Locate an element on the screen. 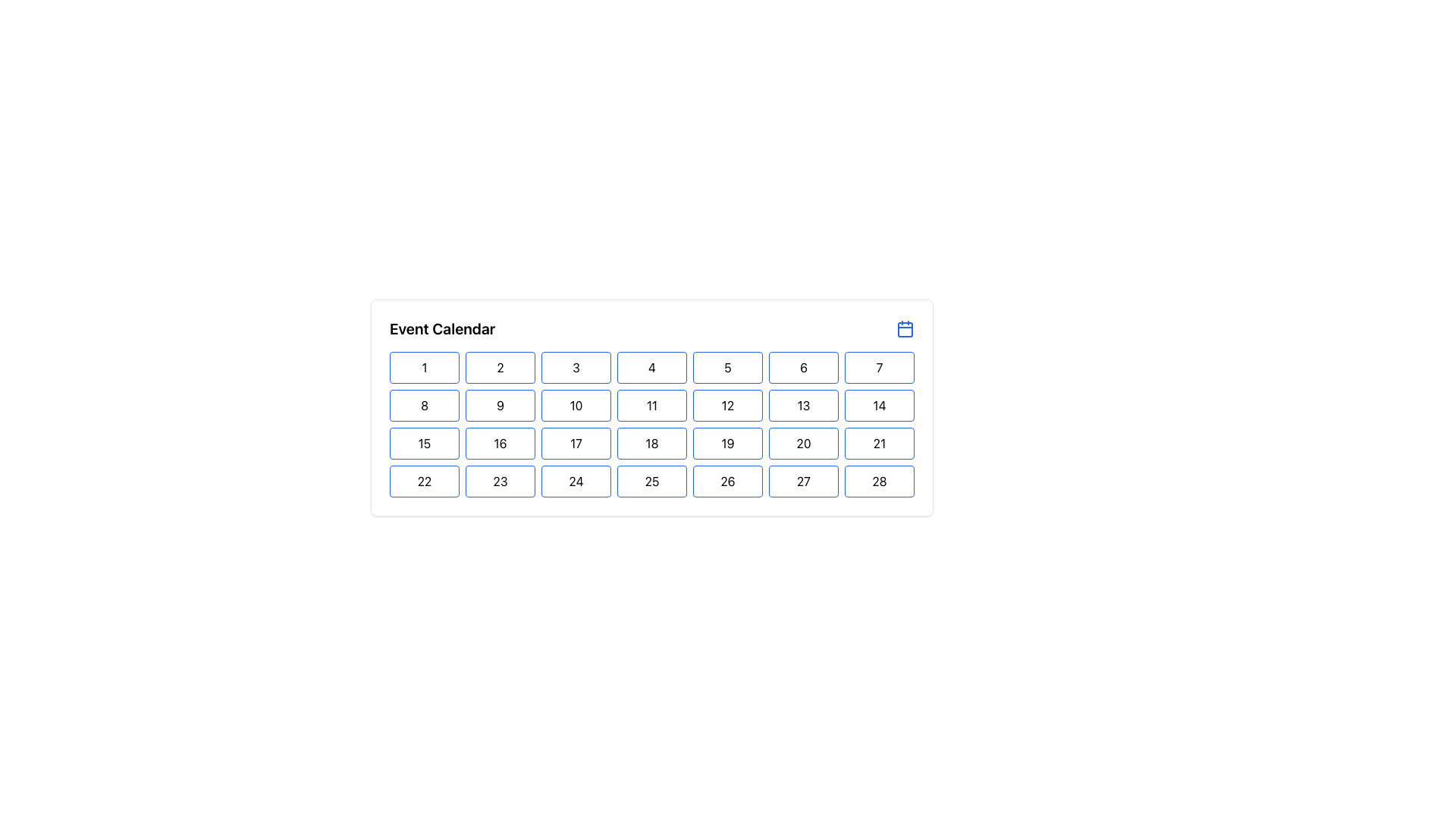  the rectangular button with rounded corners, styled with a blue border, containing the text '15', located in the third row and first column of the grid layout is located at coordinates (425, 444).